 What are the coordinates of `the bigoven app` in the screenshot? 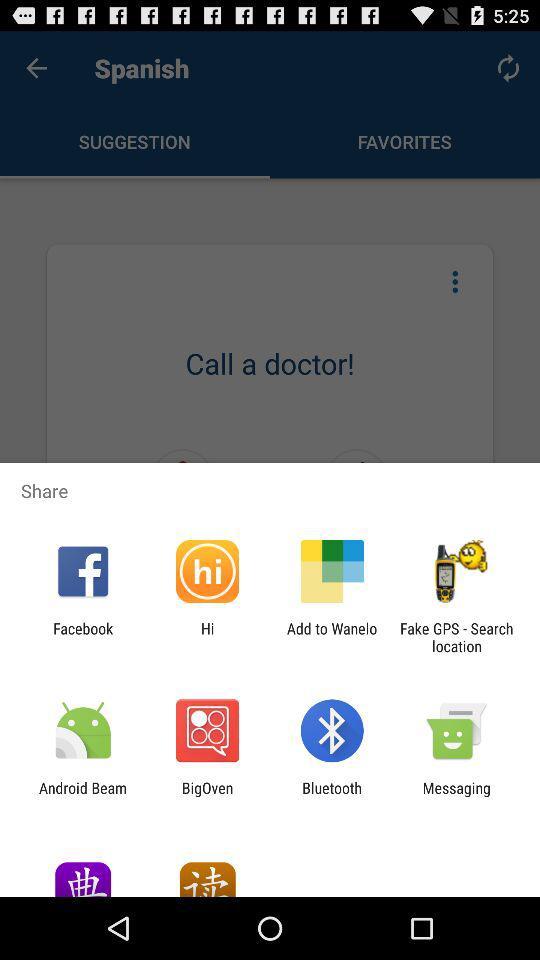 It's located at (206, 796).